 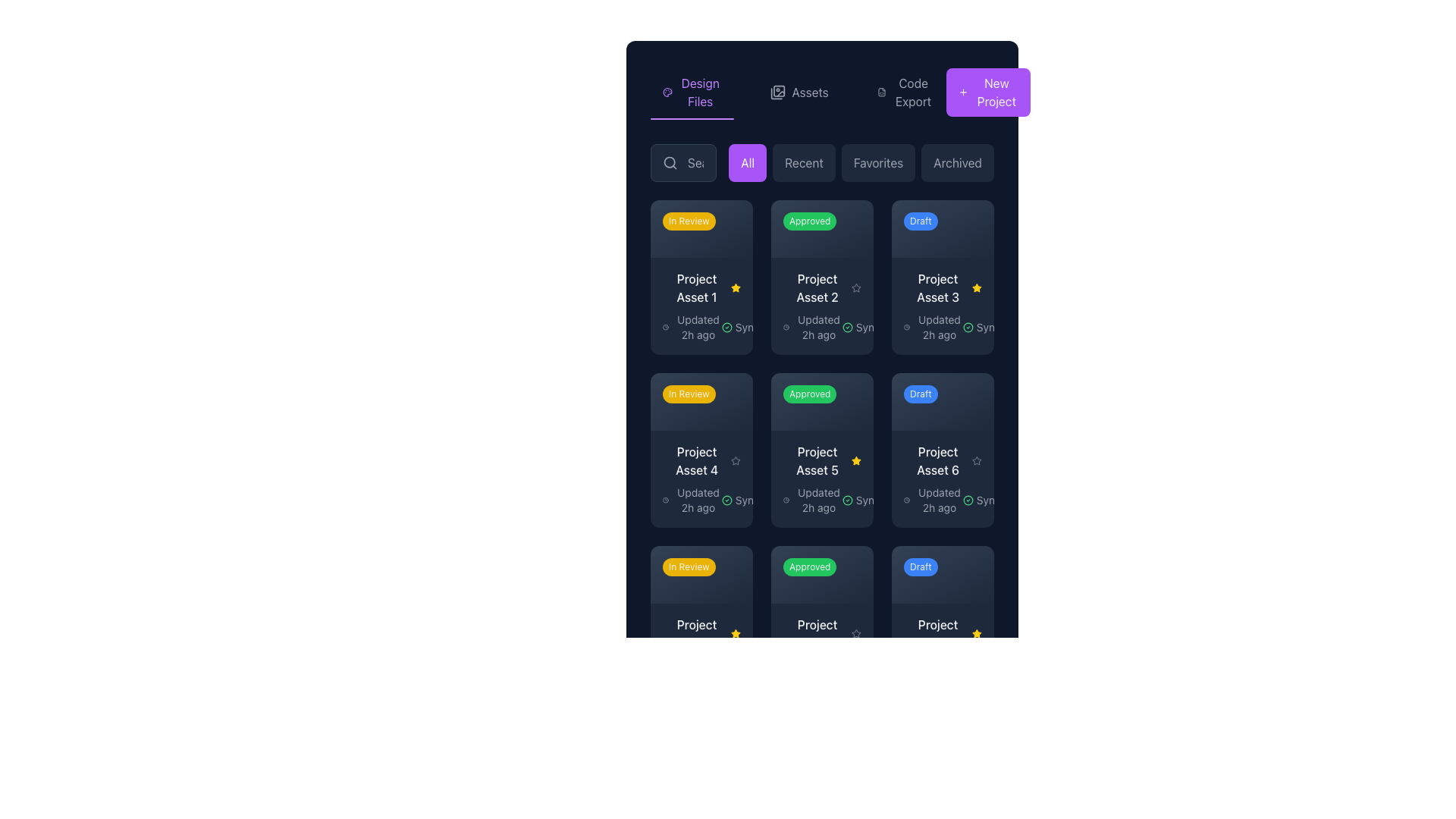 What do you see at coordinates (957, 163) in the screenshot?
I see `the fourth button in the navigation bar labeled for archived items` at bounding box center [957, 163].